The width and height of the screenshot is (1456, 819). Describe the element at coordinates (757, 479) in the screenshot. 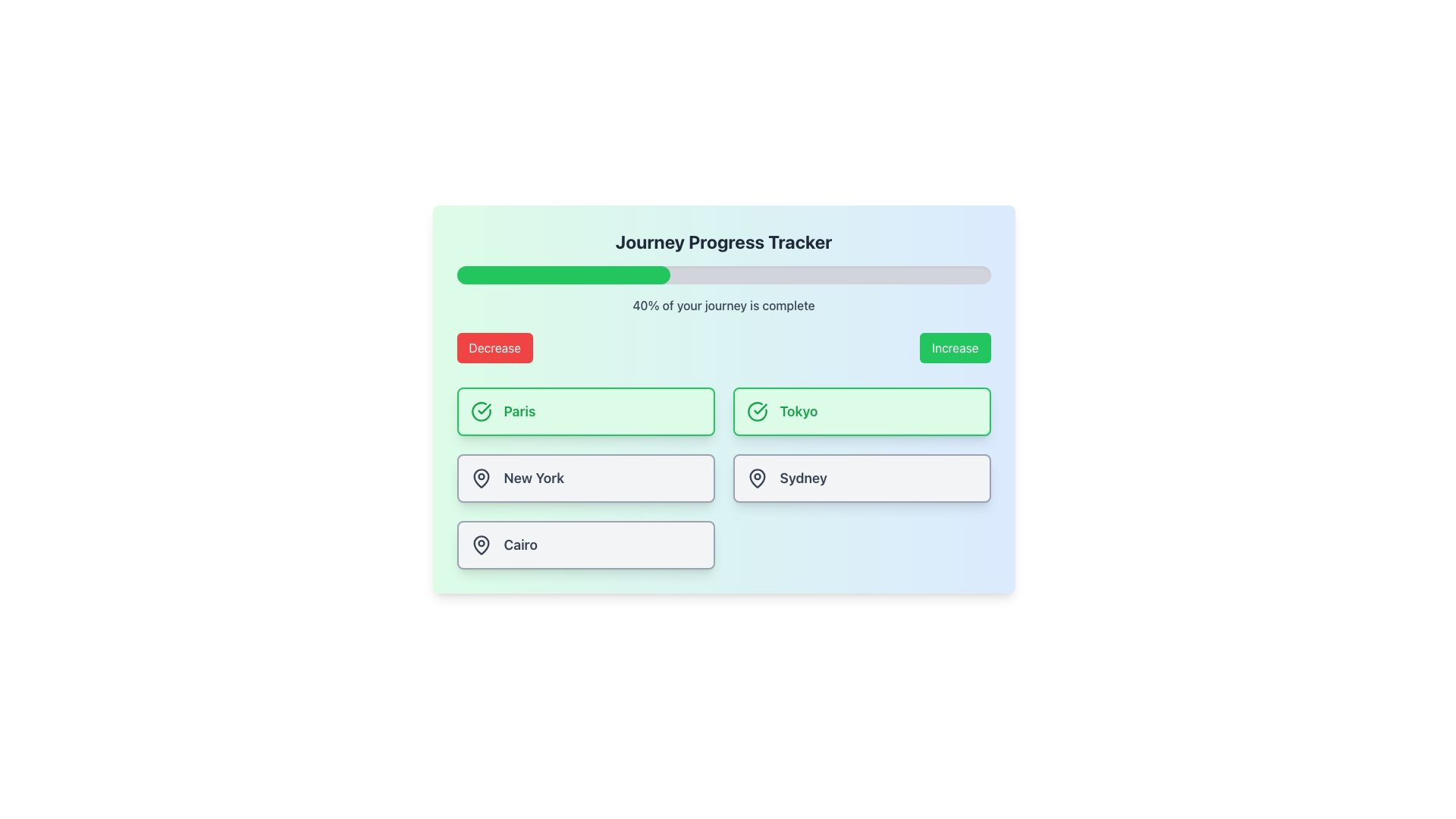

I see `the map pin icon indicating the location for 'Sydney' in the fourth item of the location list` at that location.